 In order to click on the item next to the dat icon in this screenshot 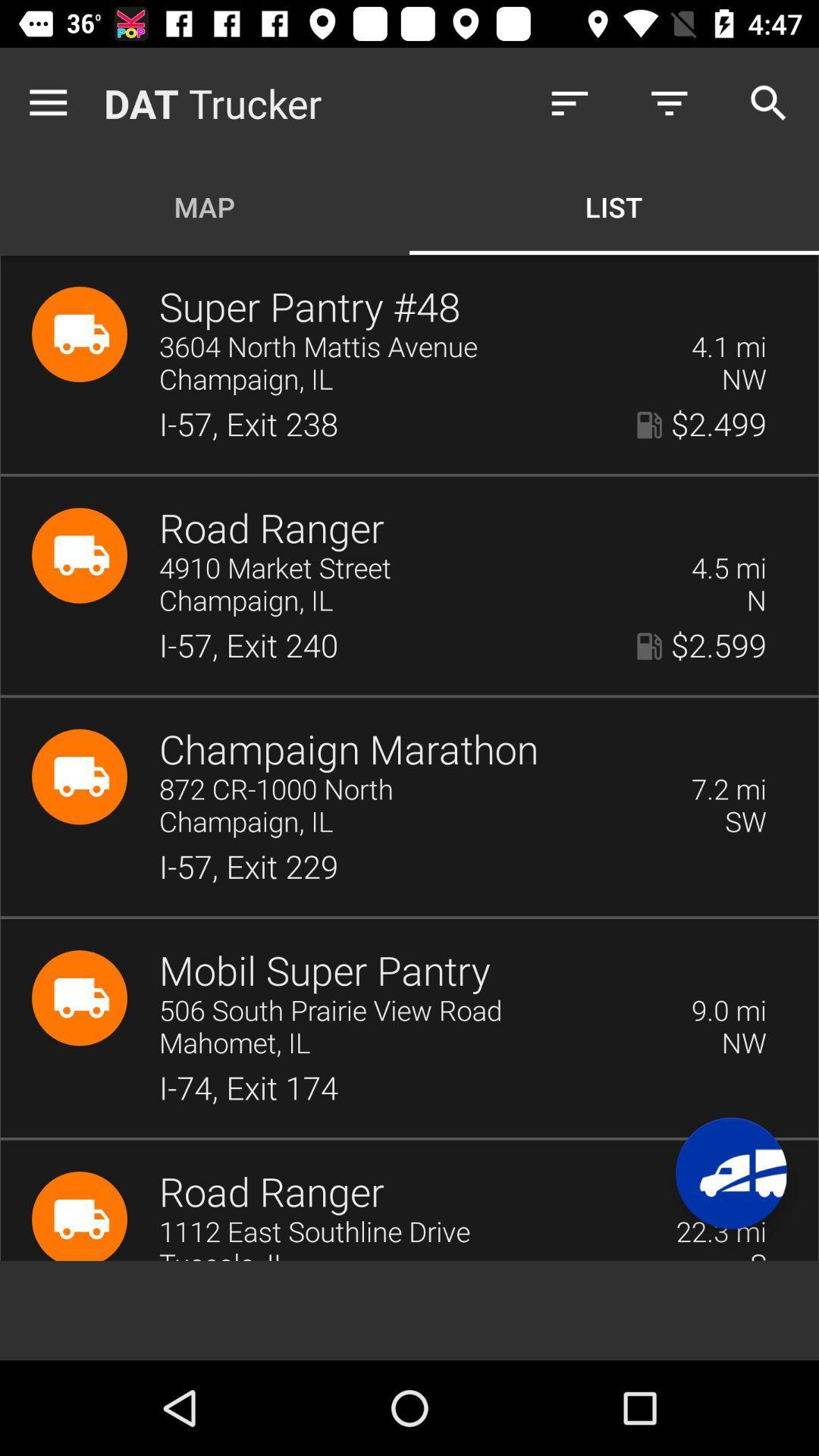, I will do `click(51, 102)`.